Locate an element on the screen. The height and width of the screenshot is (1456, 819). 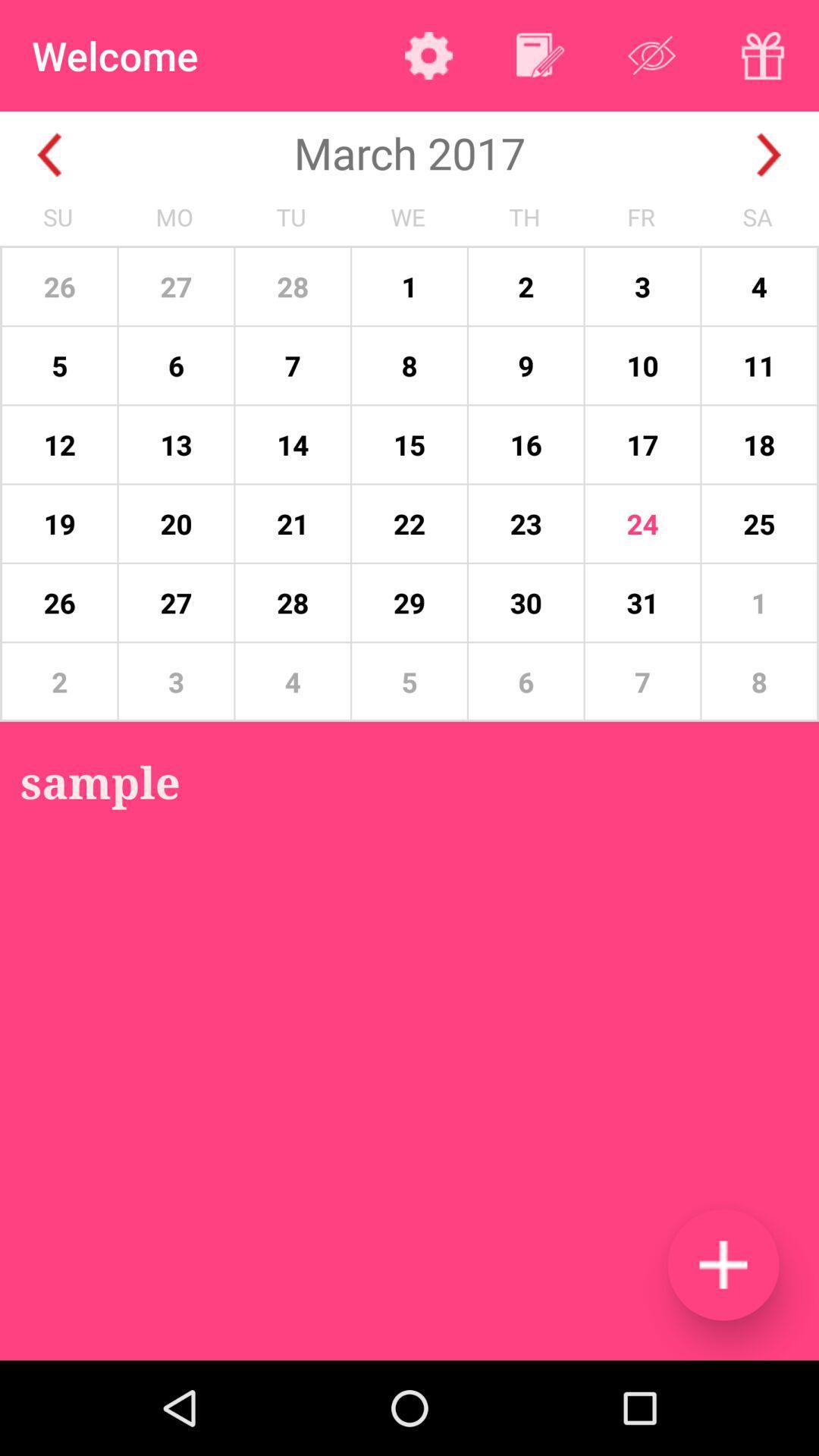
the item below 7 icon is located at coordinates (722, 1265).